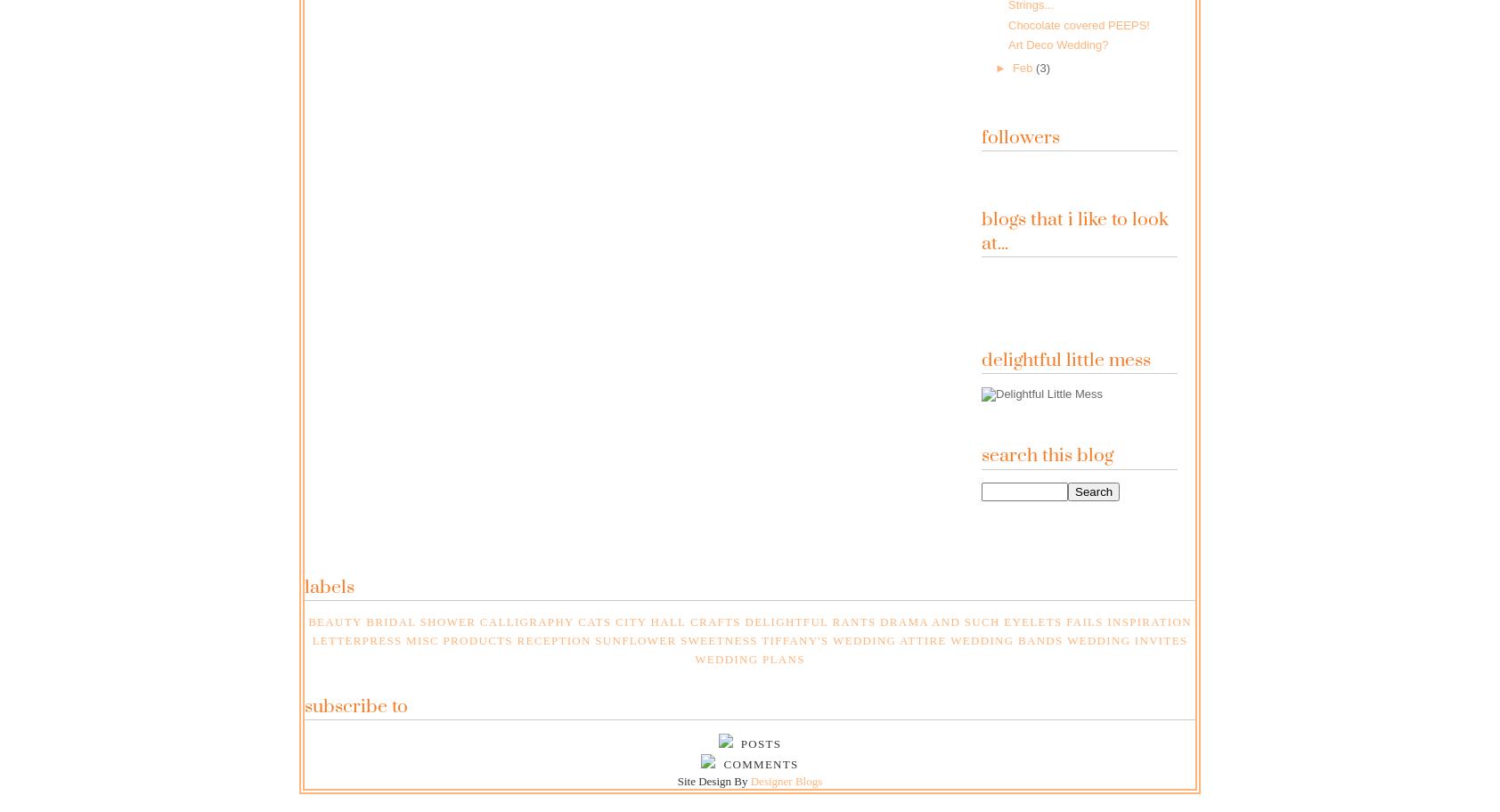  What do you see at coordinates (635, 640) in the screenshot?
I see `'Sunflower'` at bounding box center [635, 640].